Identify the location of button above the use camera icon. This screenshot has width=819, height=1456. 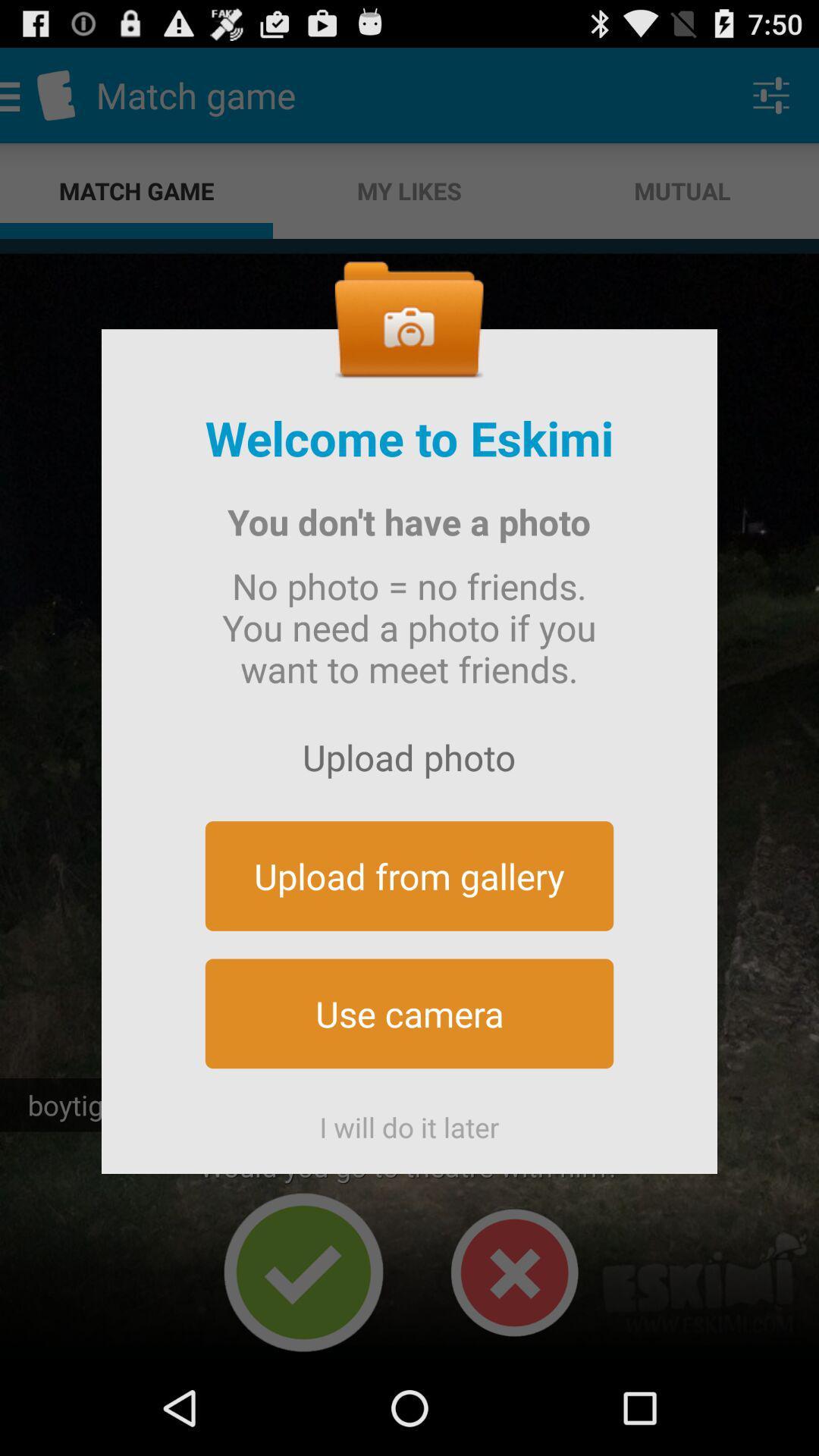
(409, 876).